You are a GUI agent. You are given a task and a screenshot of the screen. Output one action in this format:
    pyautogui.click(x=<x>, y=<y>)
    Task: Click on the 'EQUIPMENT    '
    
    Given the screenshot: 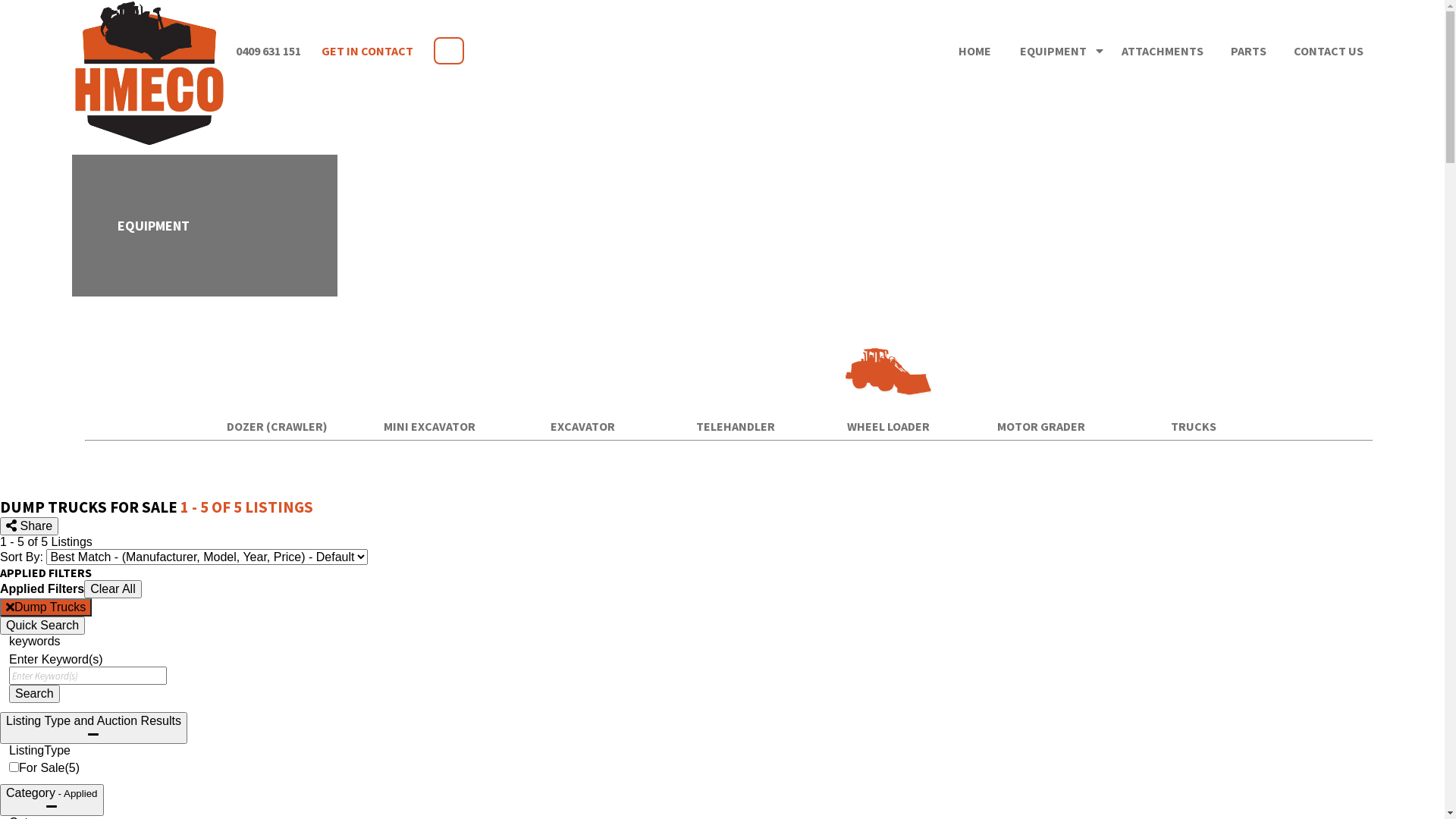 What is the action you would take?
    pyautogui.click(x=1061, y=49)
    